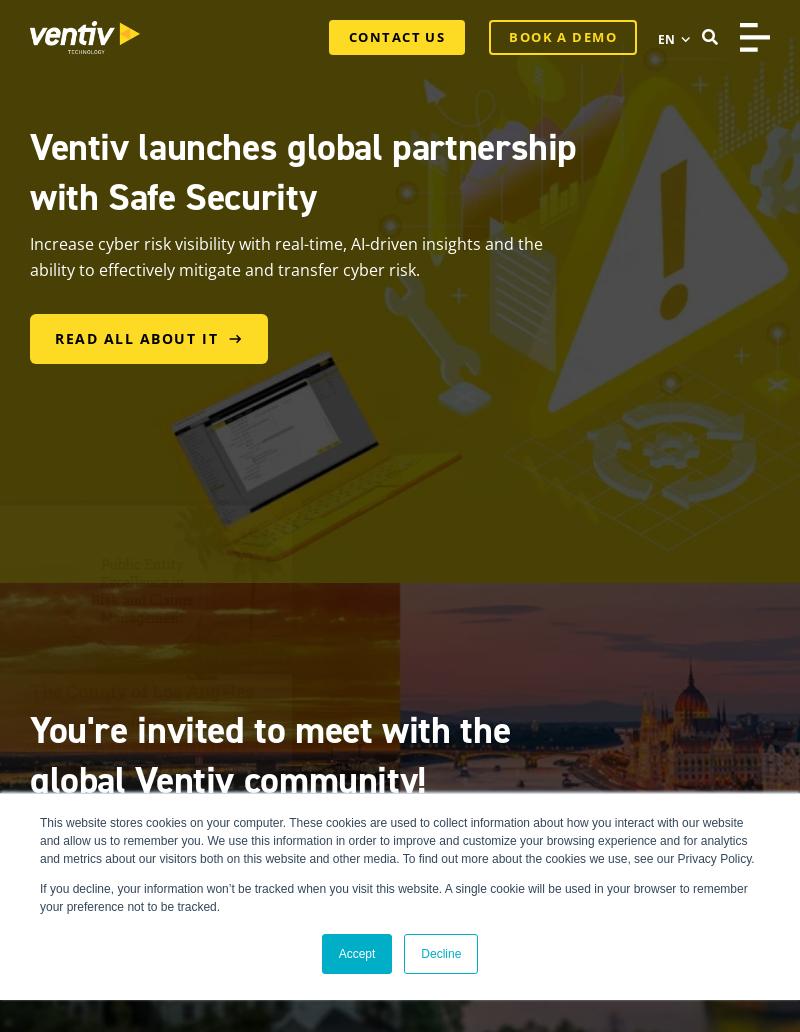 The image size is (800, 1032). Describe the element at coordinates (302, 171) in the screenshot. I see `'Ventiv launches global partnership with Safe Security'` at that location.